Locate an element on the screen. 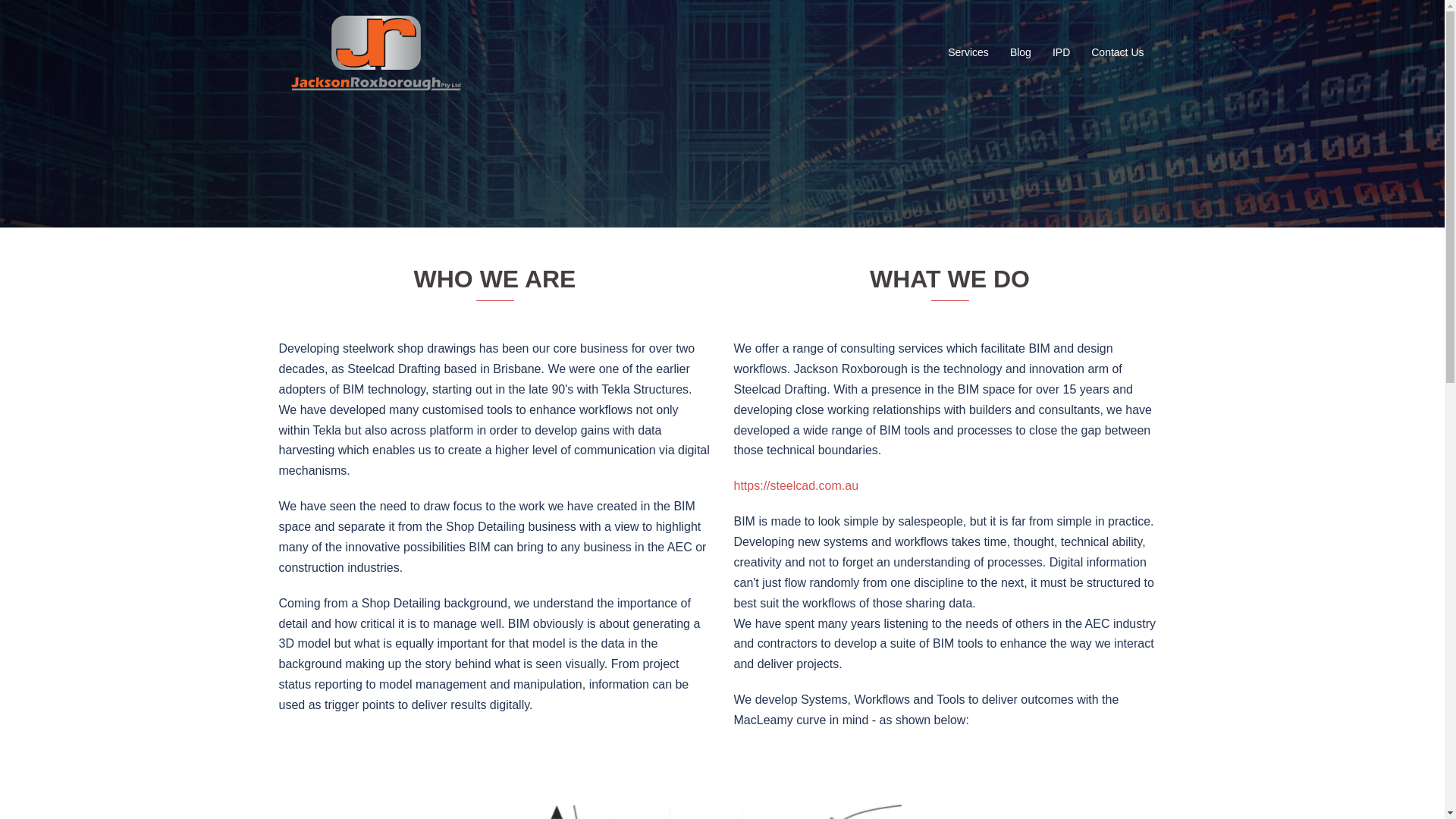  'Jackson Roxborough' is located at coordinates (290, 51).